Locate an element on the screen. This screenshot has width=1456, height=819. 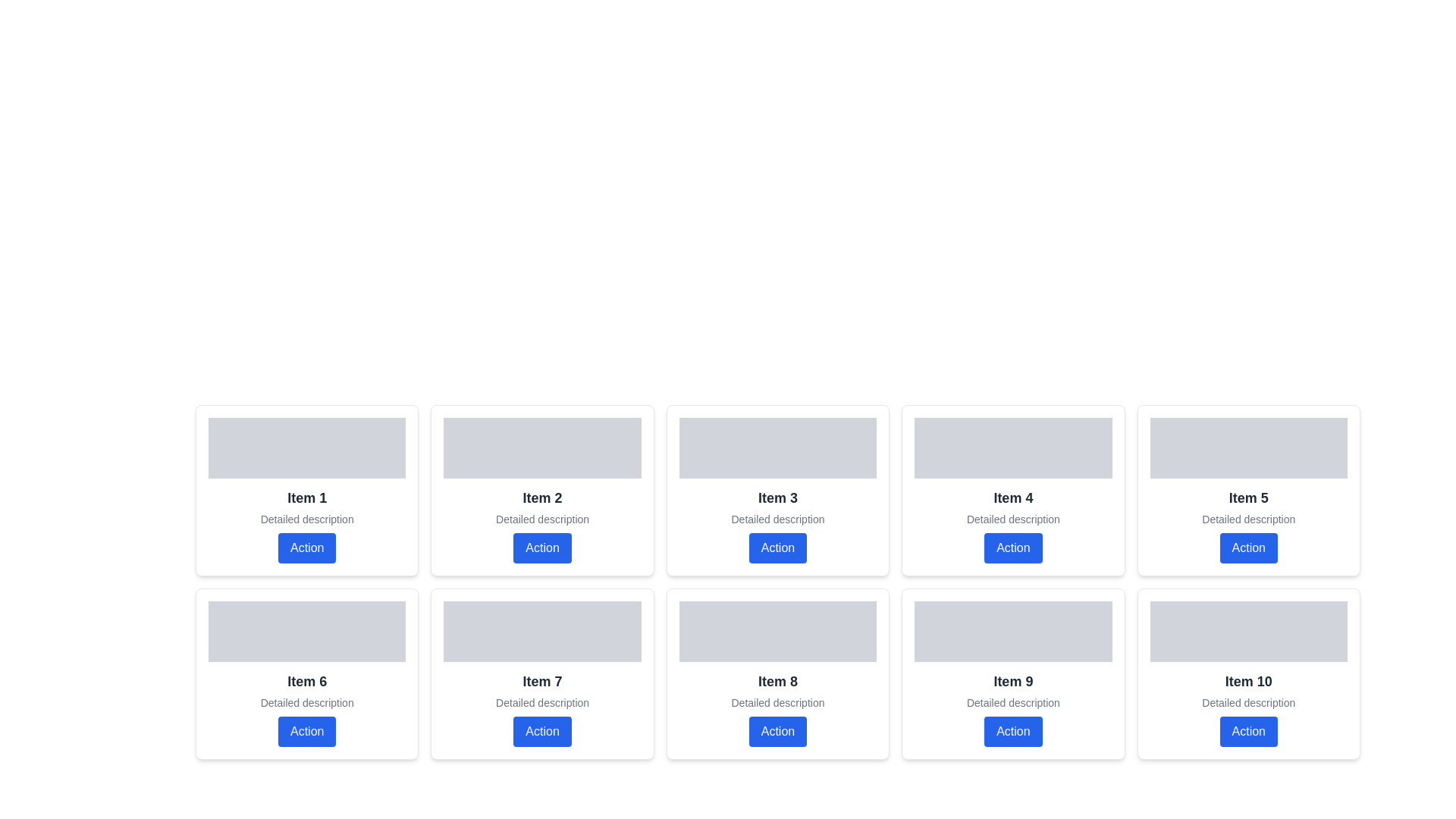
the text label displaying 'Detailed description' located beneath the title text 'Item 5' in the fifth card of the grid layout is located at coordinates (1248, 519).